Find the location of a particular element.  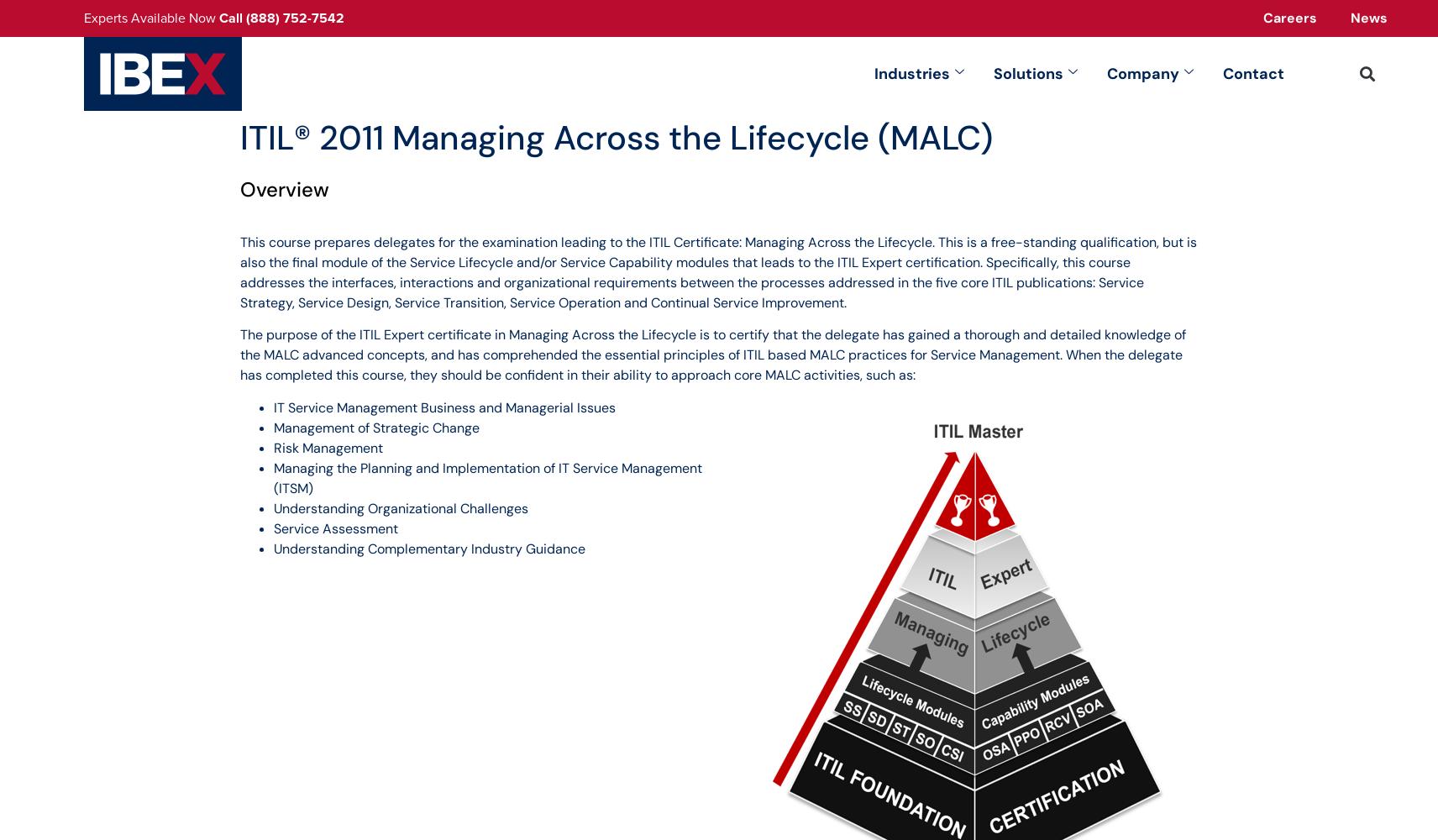

'Understanding Complementary Industry Guidance' is located at coordinates (428, 548).